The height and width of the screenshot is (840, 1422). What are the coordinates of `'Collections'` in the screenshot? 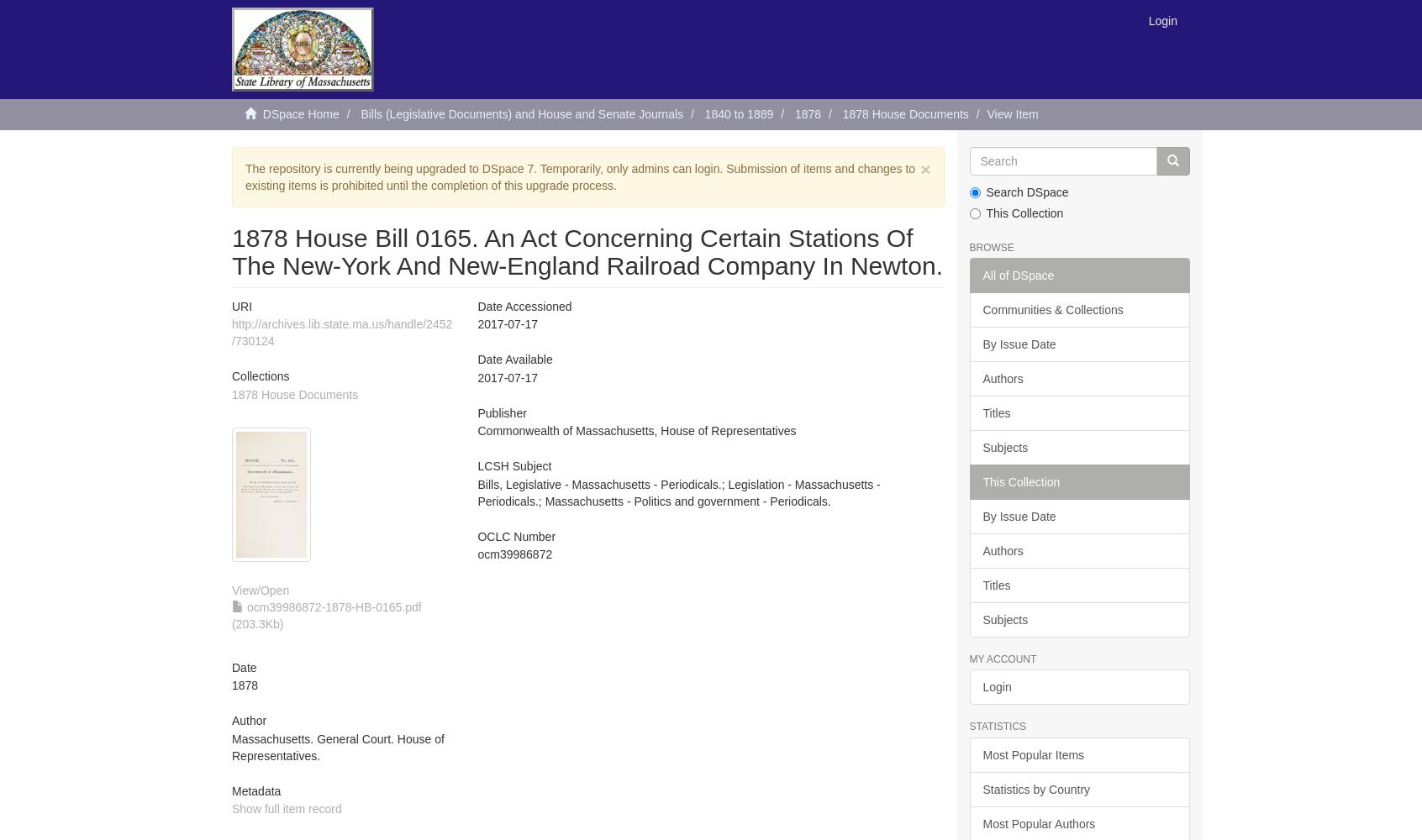 It's located at (259, 375).